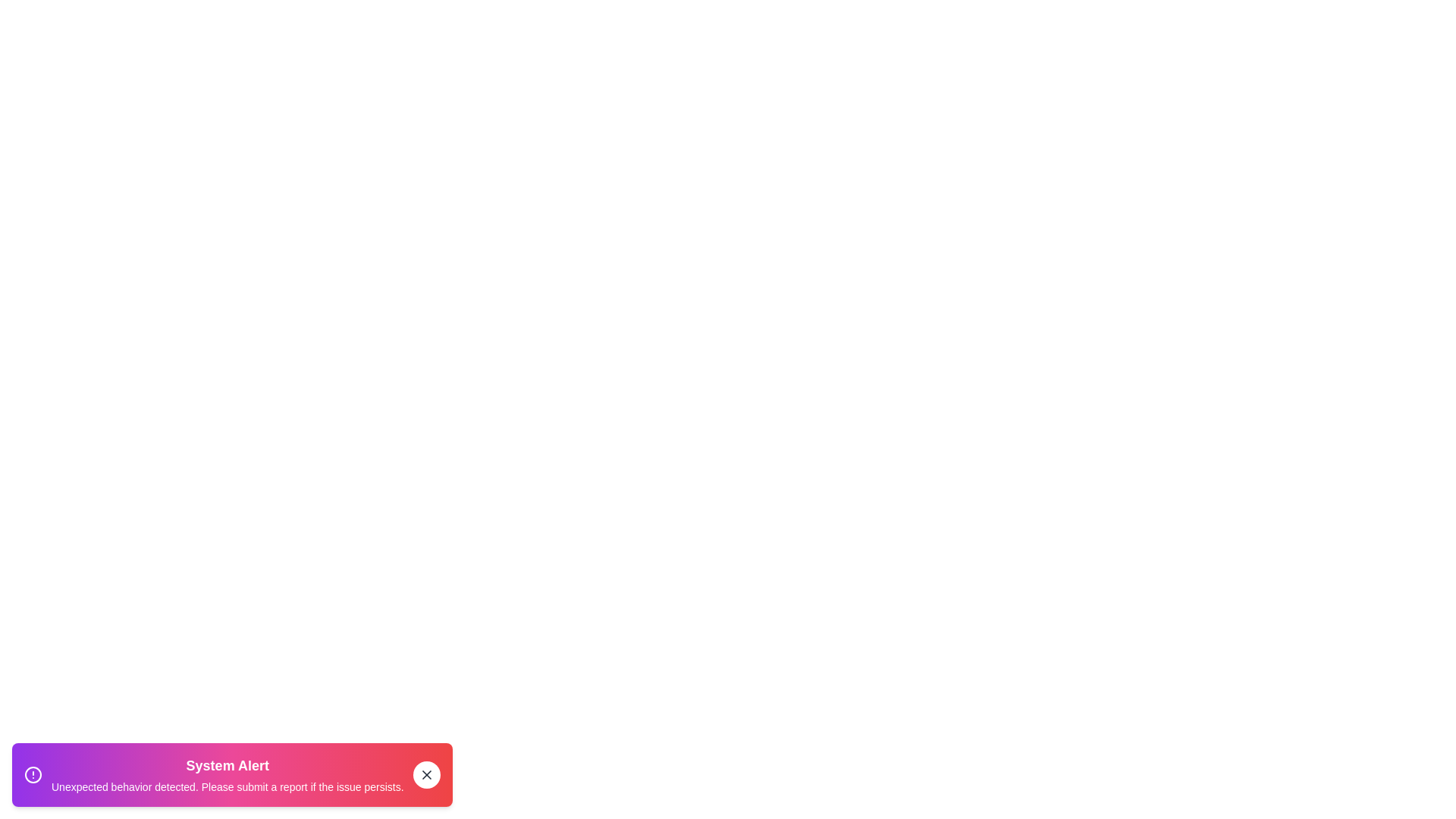  What do you see at coordinates (425, 775) in the screenshot?
I see `close button to dismiss the alert` at bounding box center [425, 775].